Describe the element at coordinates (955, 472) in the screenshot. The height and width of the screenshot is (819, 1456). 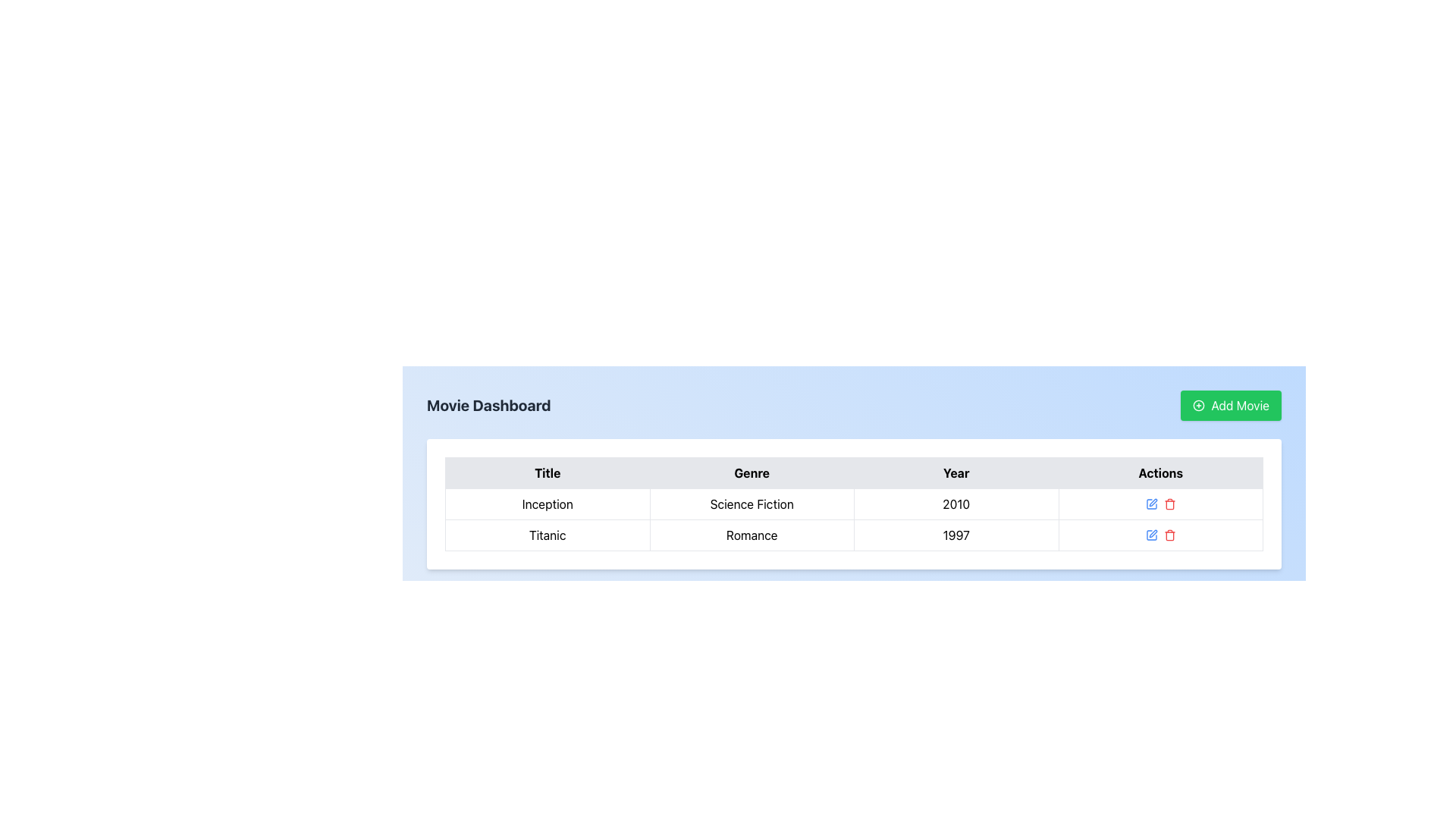
I see `the 'Year' column header in the table, which is the third header from the left, positioned between 'Genre' and 'Actions'` at that location.